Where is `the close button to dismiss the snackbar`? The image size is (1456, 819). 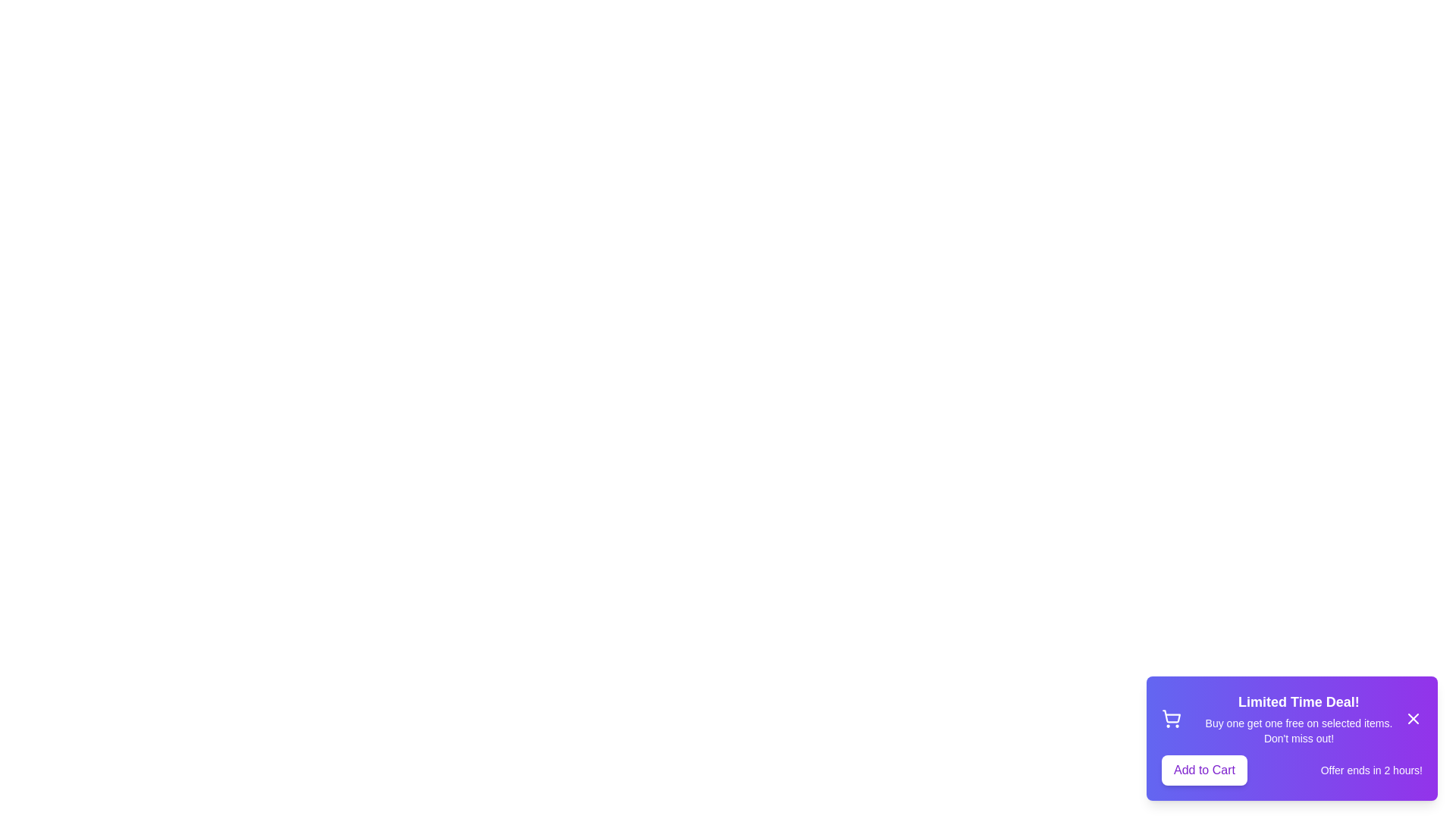
the close button to dismiss the snackbar is located at coordinates (1412, 718).